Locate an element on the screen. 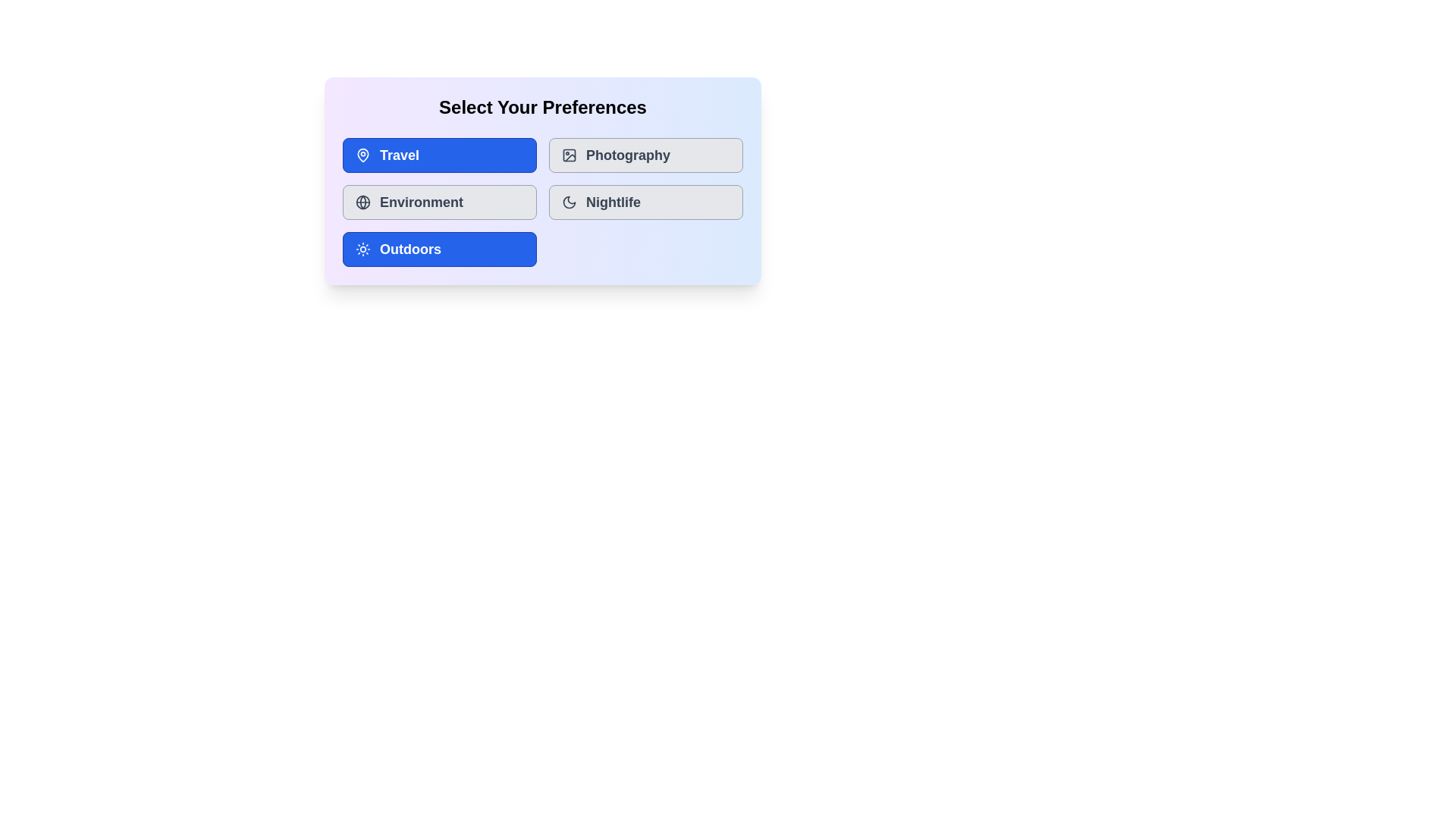 The width and height of the screenshot is (1456, 819). the category Environment is located at coordinates (439, 201).